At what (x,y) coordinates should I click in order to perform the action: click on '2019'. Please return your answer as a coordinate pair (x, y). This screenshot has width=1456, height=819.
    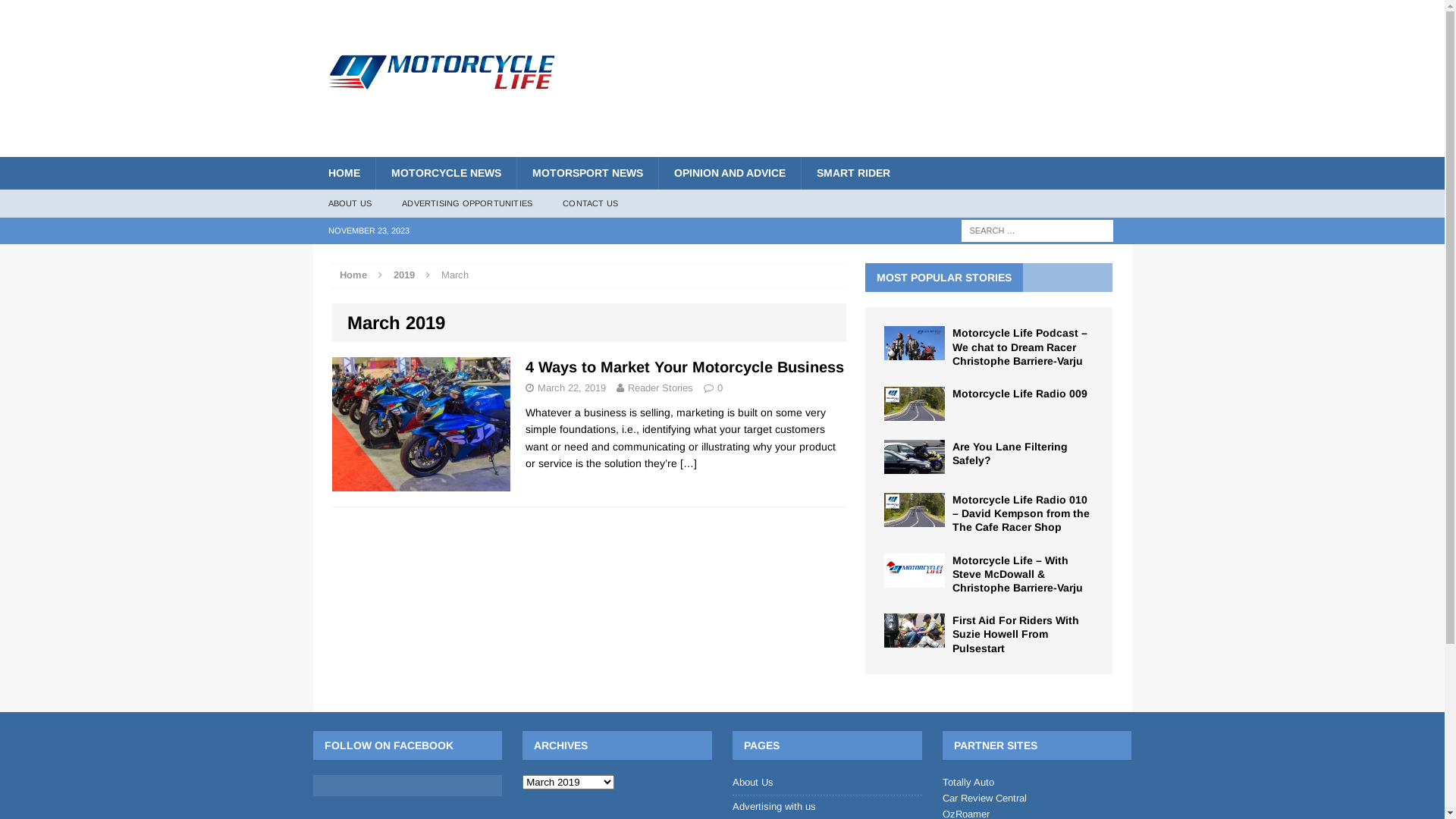
    Looking at the image, I should click on (403, 275).